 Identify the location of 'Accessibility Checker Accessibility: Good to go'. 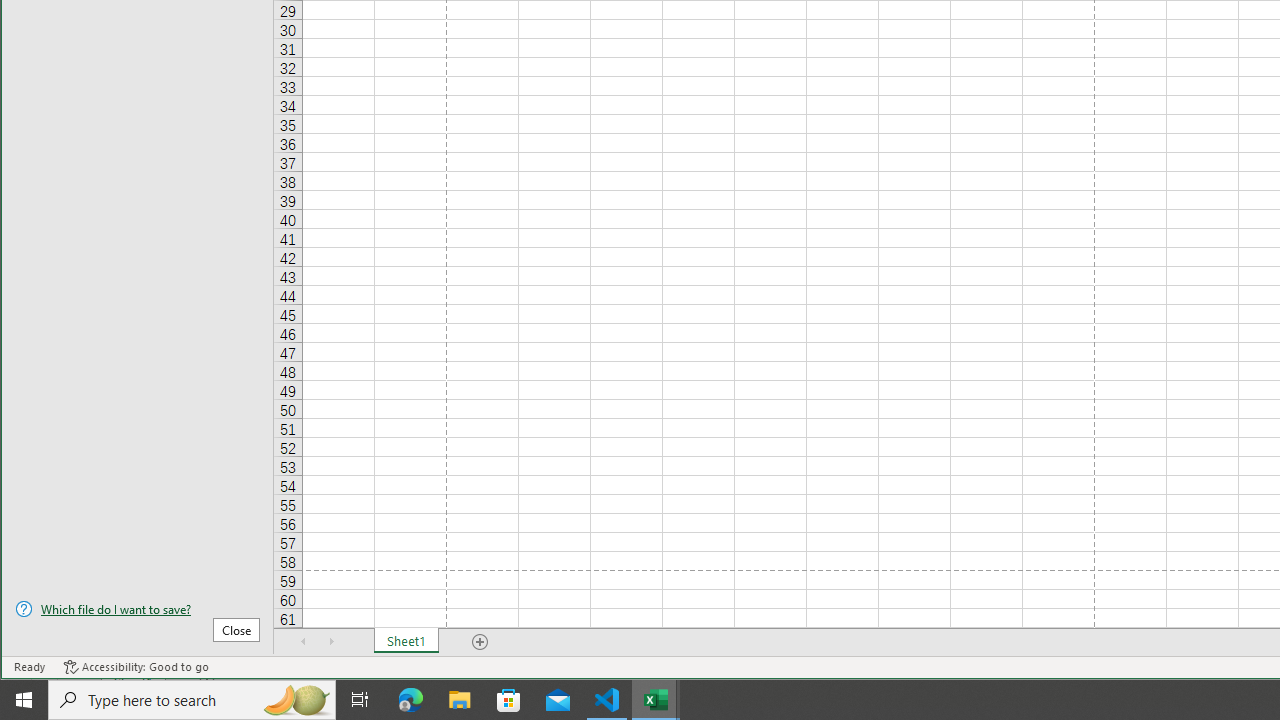
(135, 667).